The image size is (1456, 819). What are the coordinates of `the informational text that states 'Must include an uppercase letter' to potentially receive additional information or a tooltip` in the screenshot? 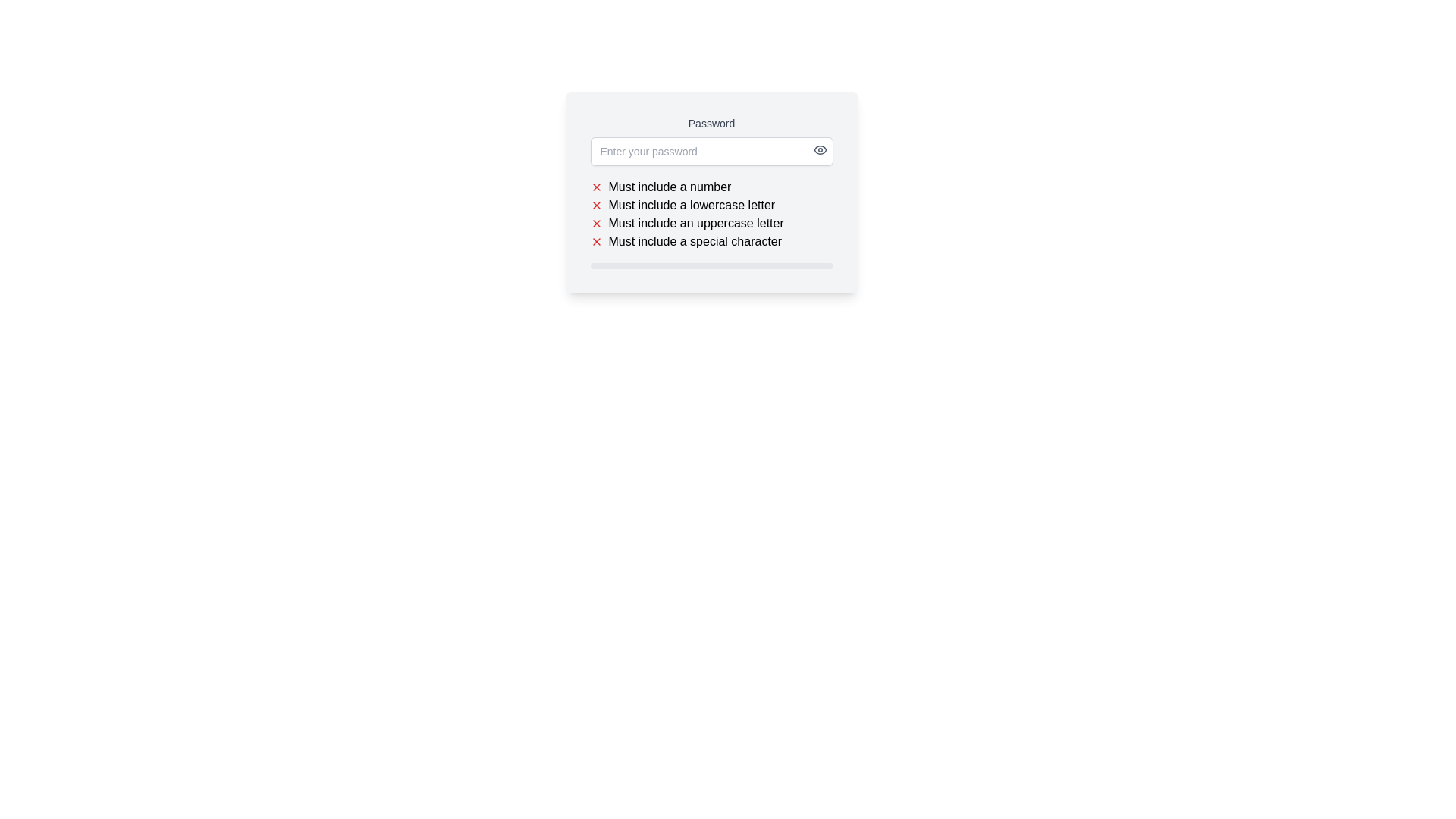 It's located at (695, 223).